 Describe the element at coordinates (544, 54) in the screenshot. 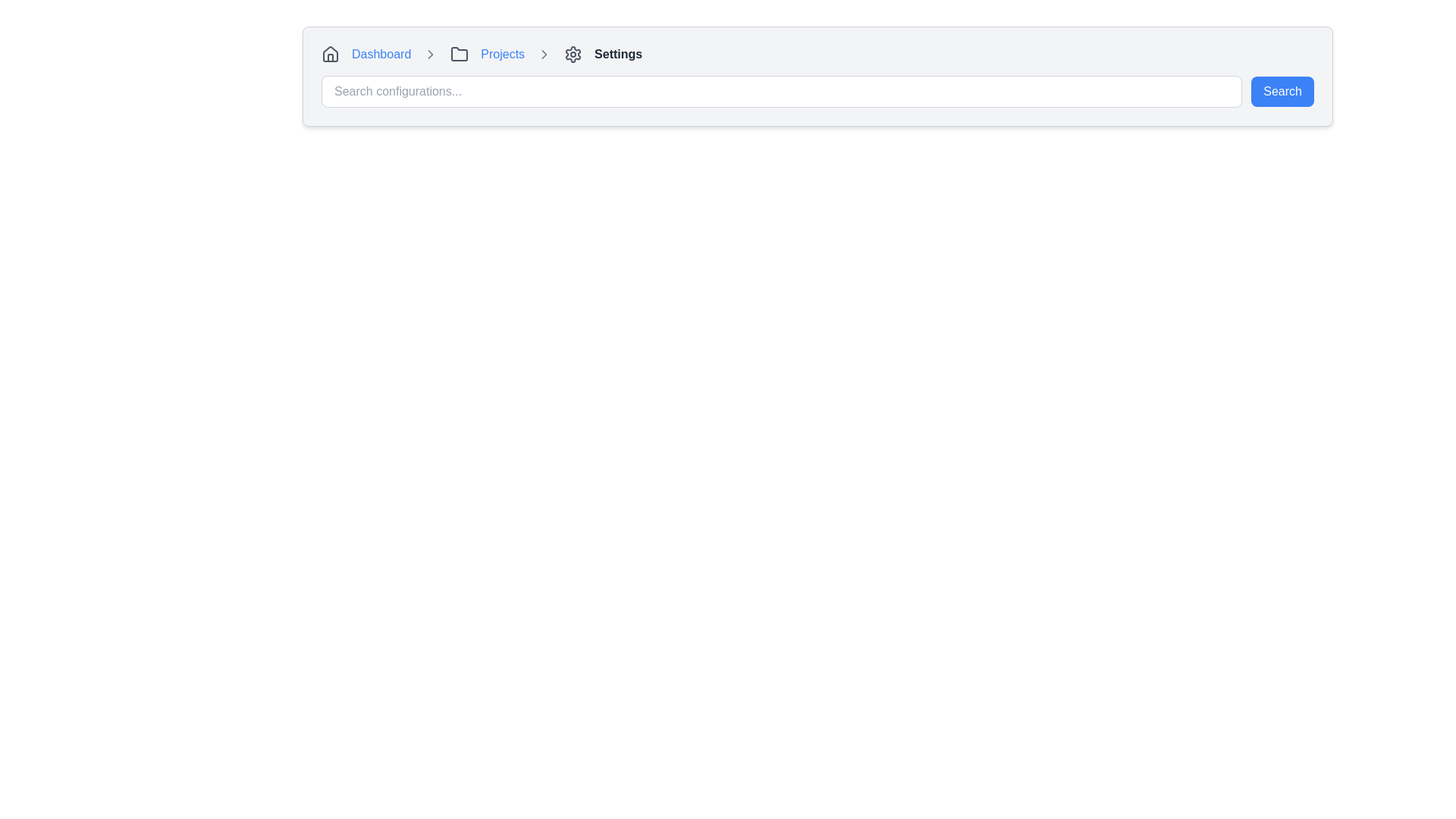

I see `the rightward-facing gray chevron icon in the breadcrumb navigation, located between the 'Projects' and 'Settings' links` at that location.